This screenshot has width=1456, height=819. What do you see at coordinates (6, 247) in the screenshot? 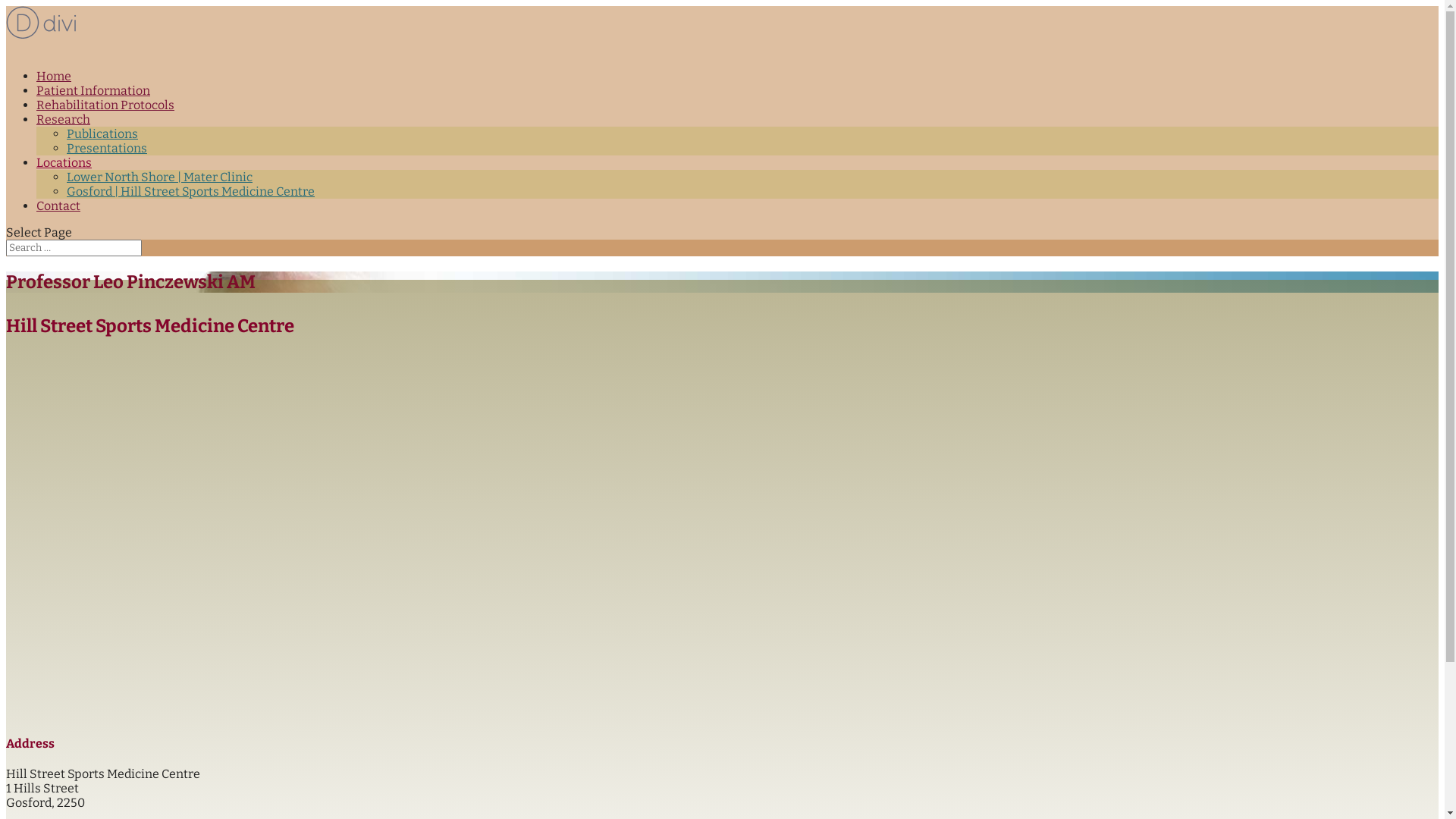
I see `'Search for:'` at bounding box center [6, 247].